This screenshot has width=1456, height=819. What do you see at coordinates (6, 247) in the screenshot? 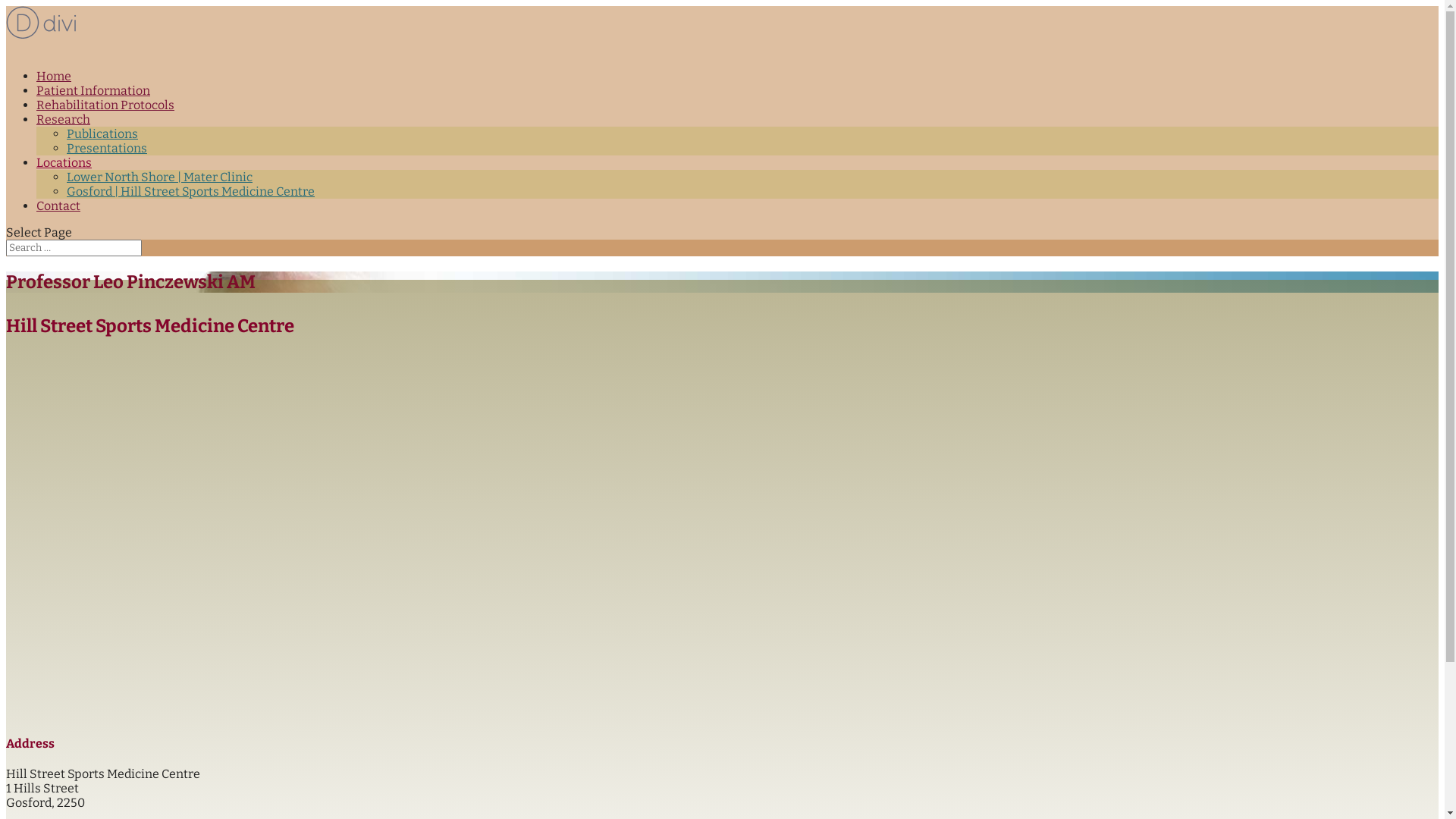
I see `'Search for:'` at bounding box center [6, 247].